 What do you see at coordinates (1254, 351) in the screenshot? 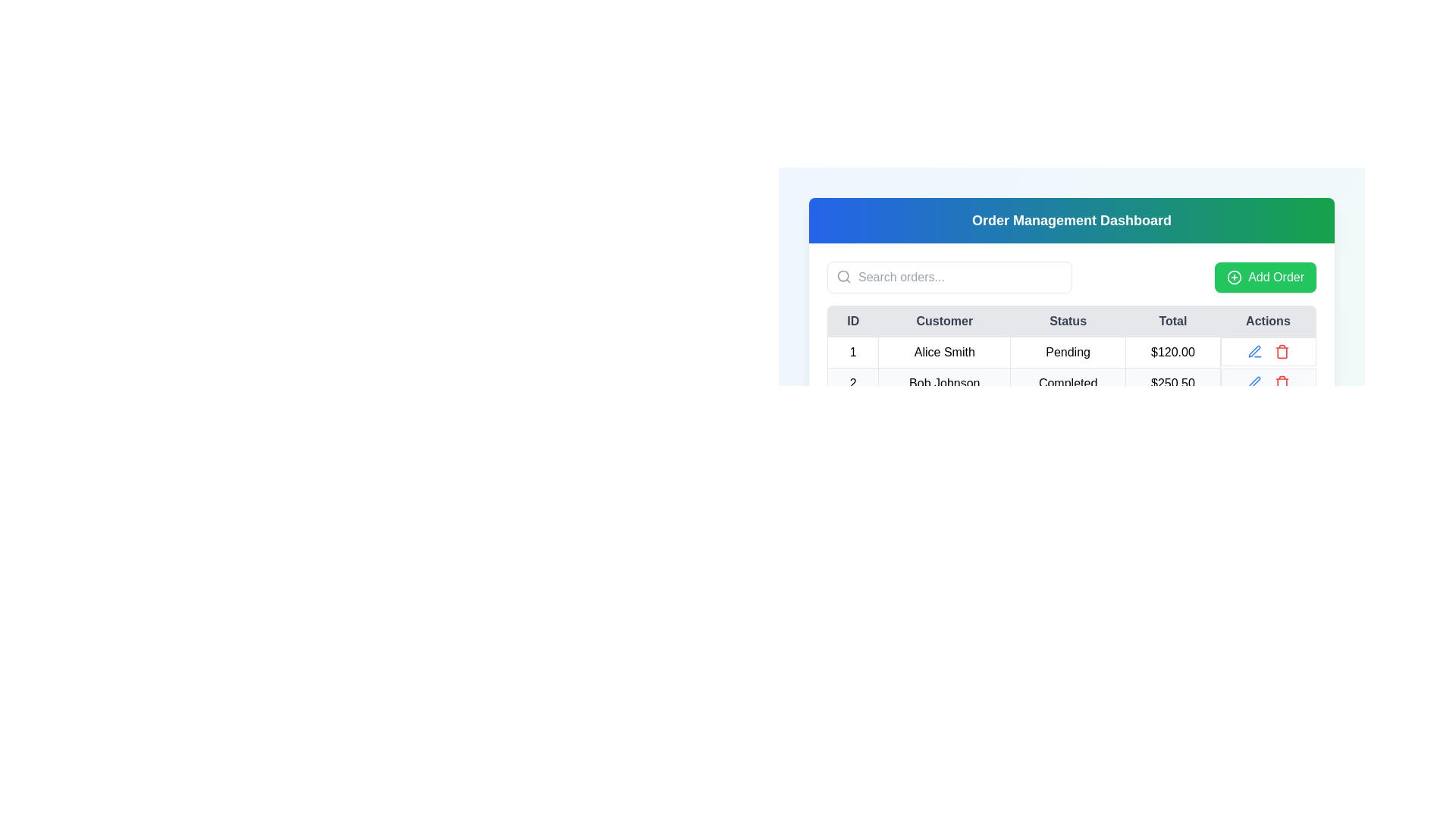
I see `the blue pen icon button located in the 'Actions' column of the table row` at bounding box center [1254, 351].